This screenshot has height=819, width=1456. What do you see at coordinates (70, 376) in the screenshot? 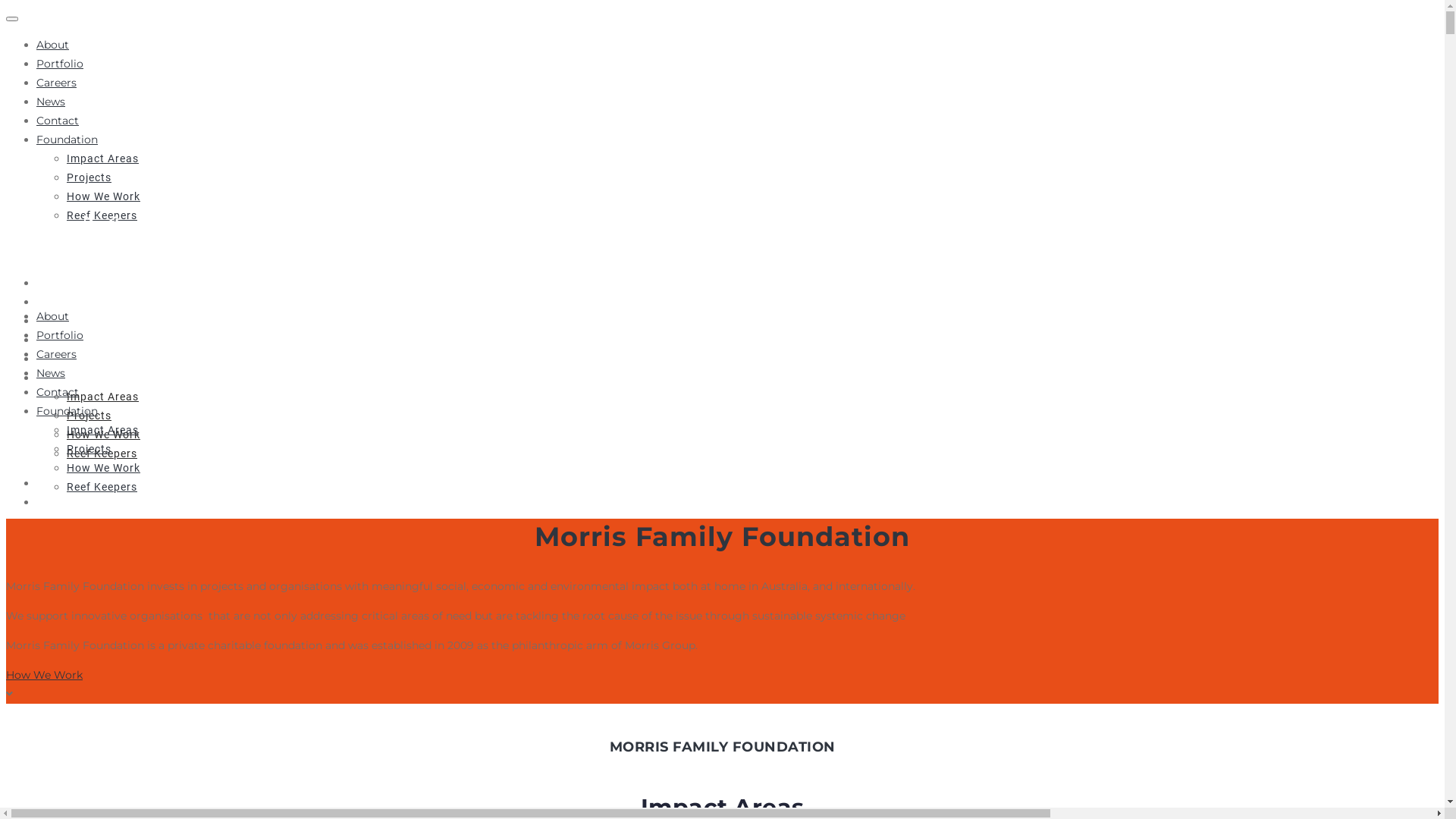
I see `'Foundation'` at bounding box center [70, 376].